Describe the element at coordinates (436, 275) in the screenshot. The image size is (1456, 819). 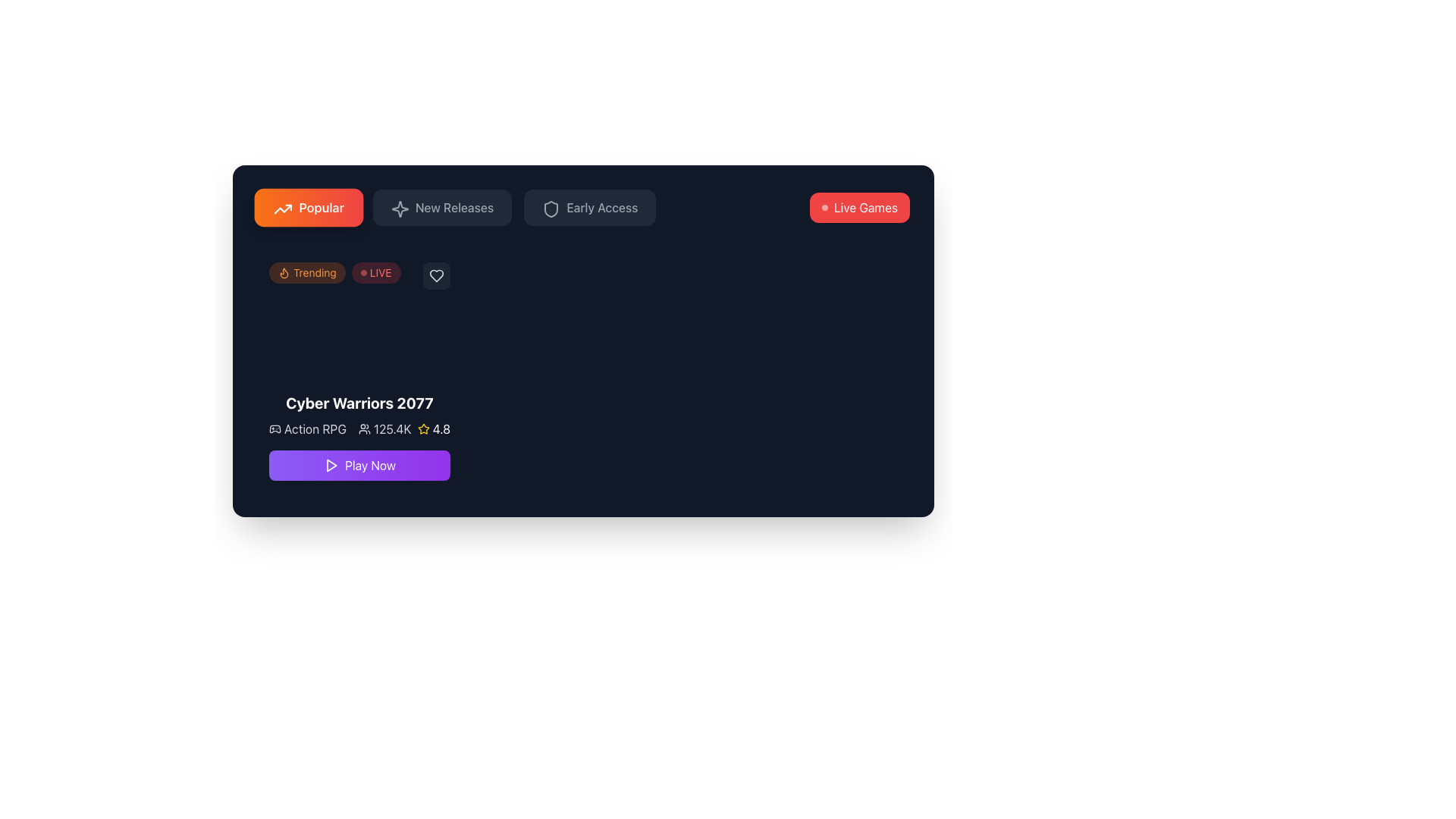
I see `the heart-shaped icon located in the upper-central region of the interface beneath the 'Trending' and 'LIVE' text indicators to like or unlike a post` at that location.